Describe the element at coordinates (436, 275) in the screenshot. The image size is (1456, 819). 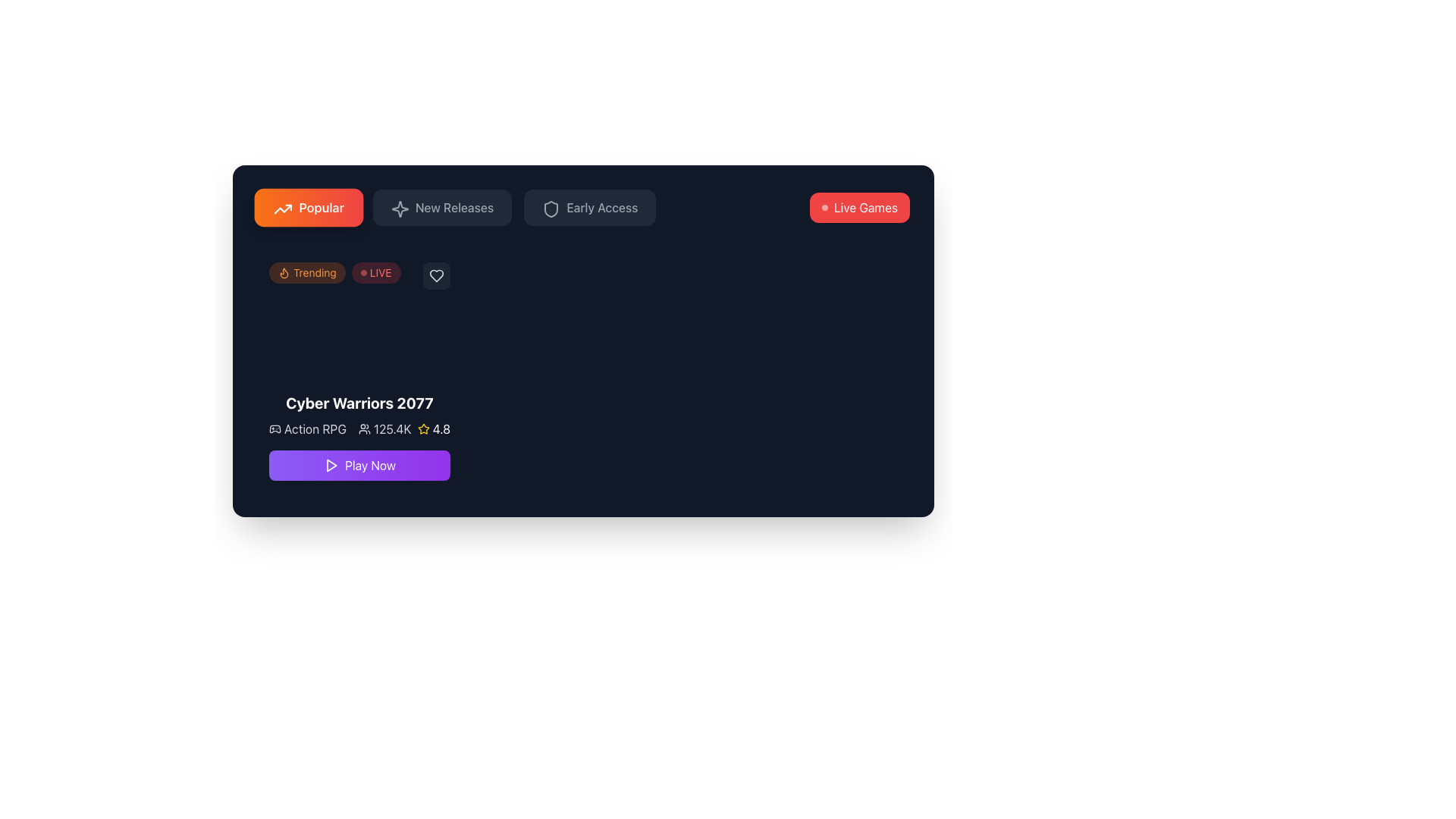
I see `the heart-shaped icon located in the upper-central region of the interface beneath the 'Trending' and 'LIVE' text indicators to like or unlike a post` at that location.